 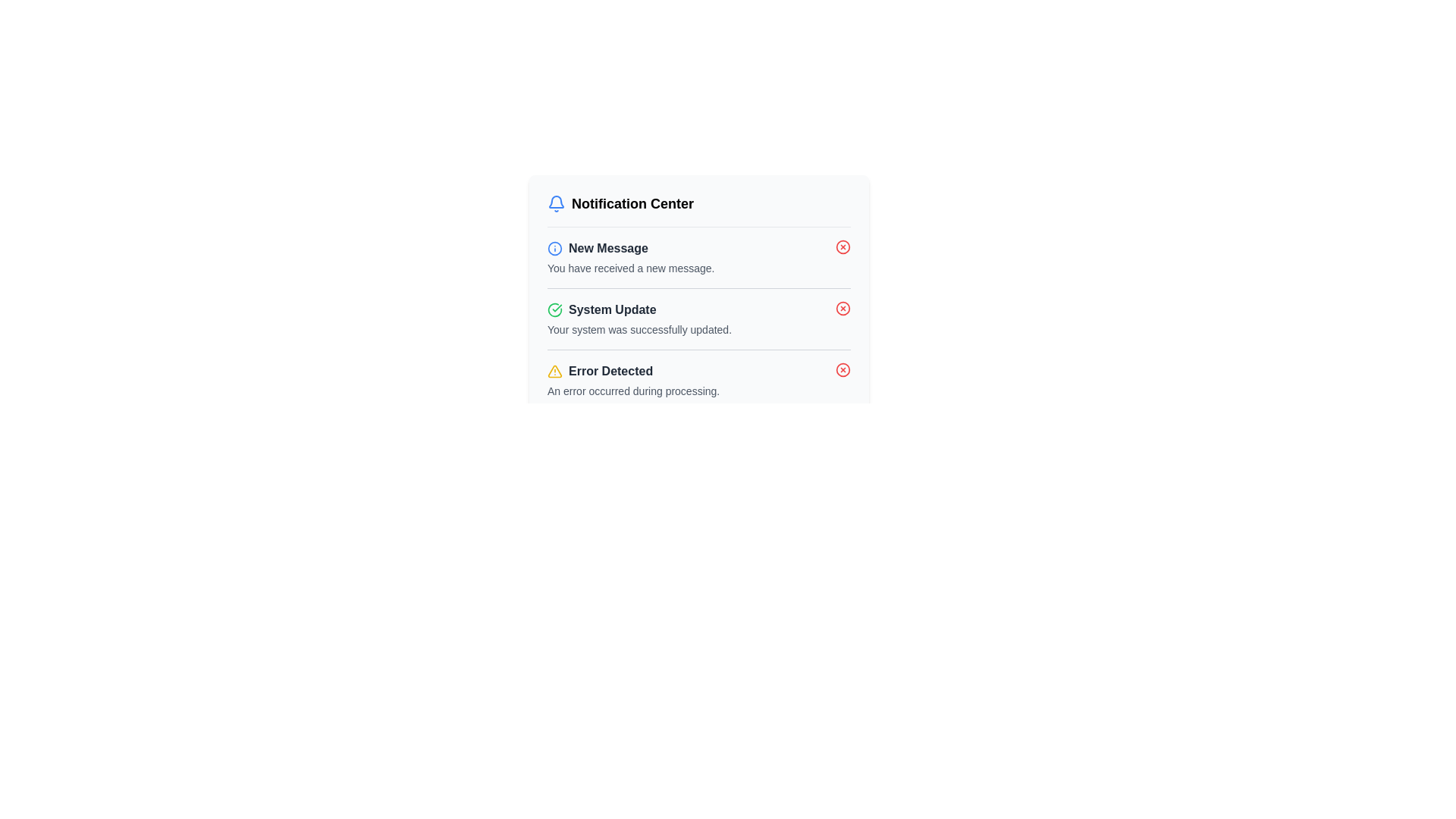 I want to click on the bell icon located at the top-left corner of the Notification Center widget, so click(x=556, y=201).